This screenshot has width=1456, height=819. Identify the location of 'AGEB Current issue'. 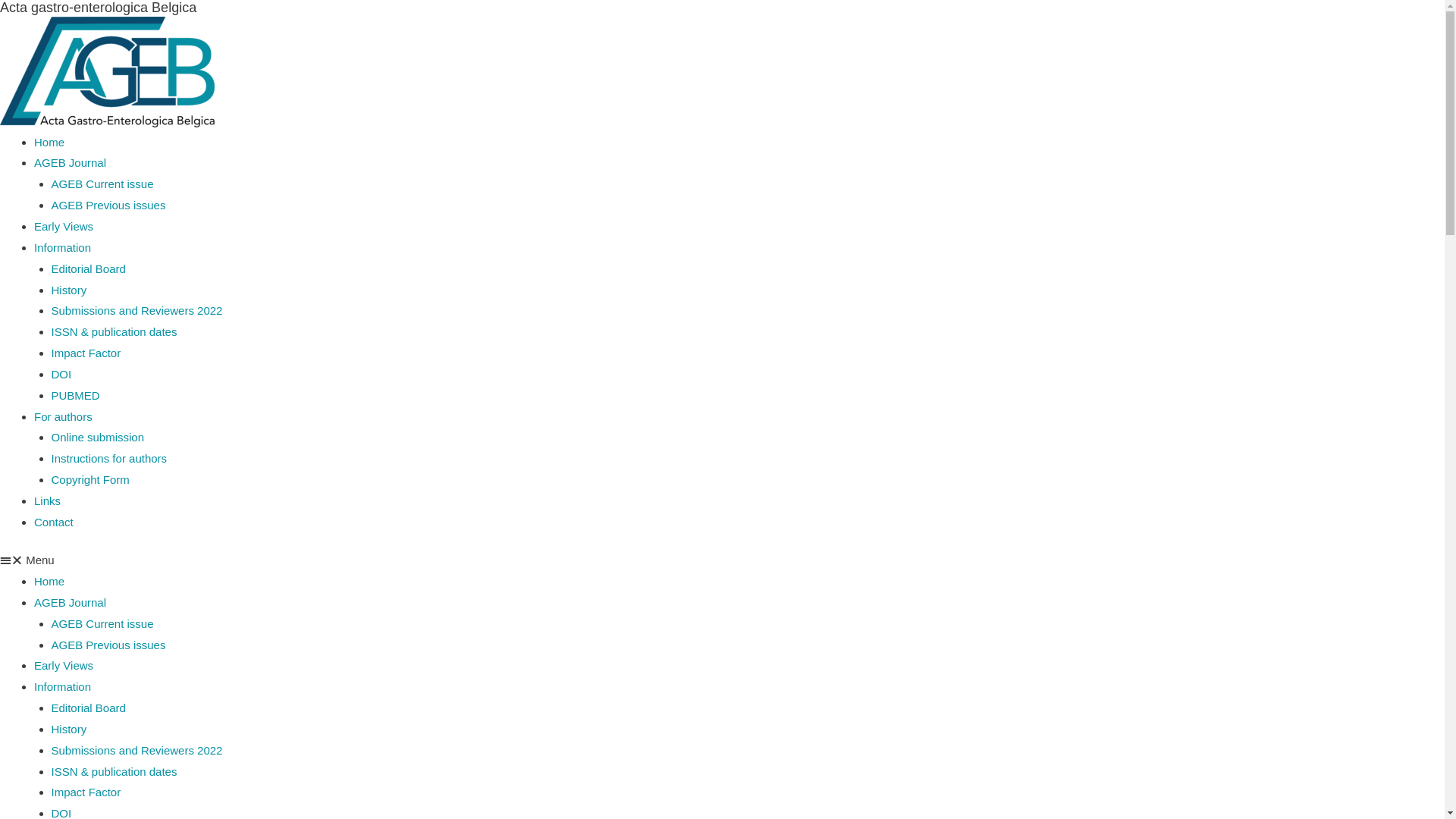
(102, 623).